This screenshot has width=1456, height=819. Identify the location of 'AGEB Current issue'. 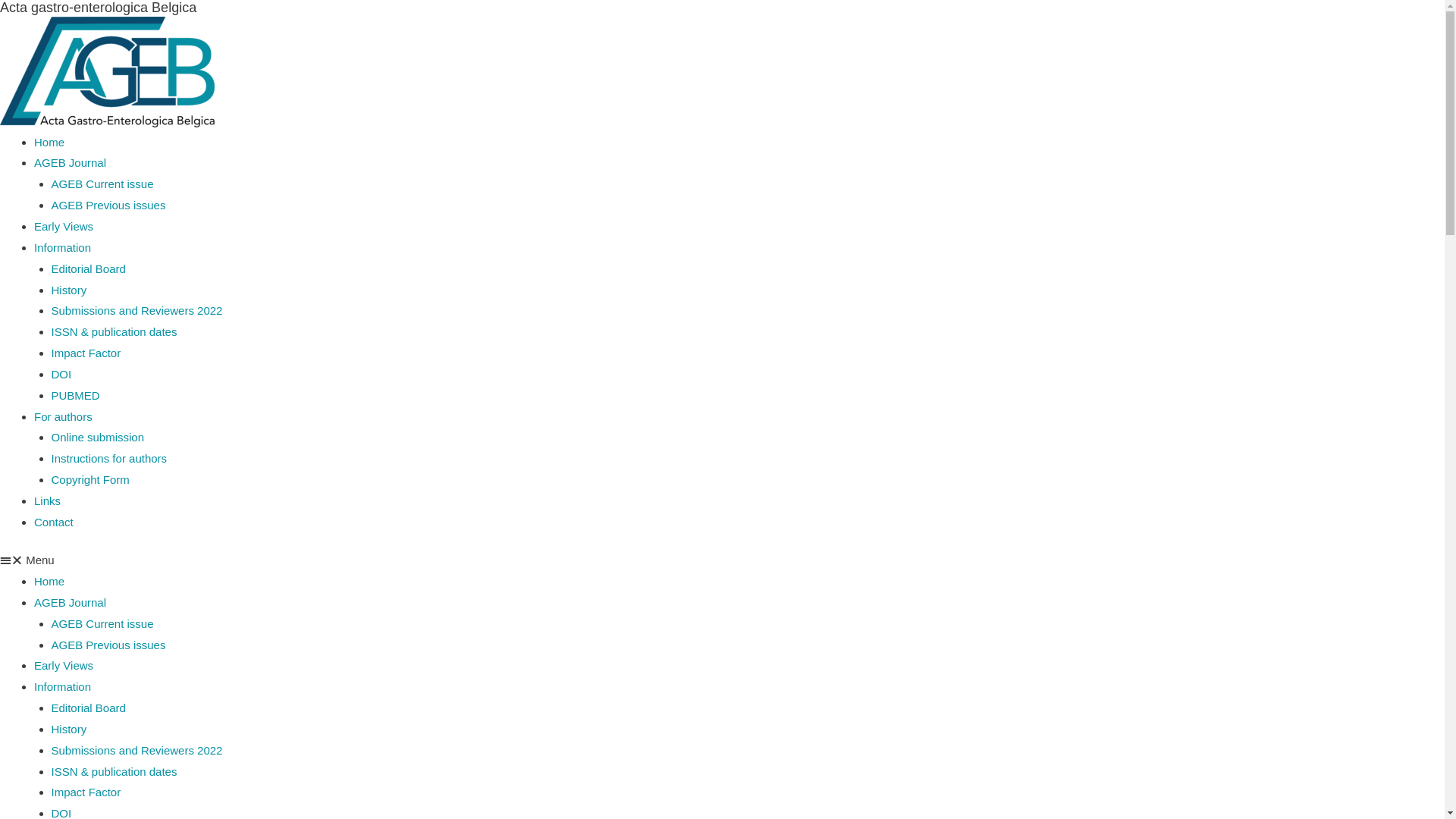
(102, 623).